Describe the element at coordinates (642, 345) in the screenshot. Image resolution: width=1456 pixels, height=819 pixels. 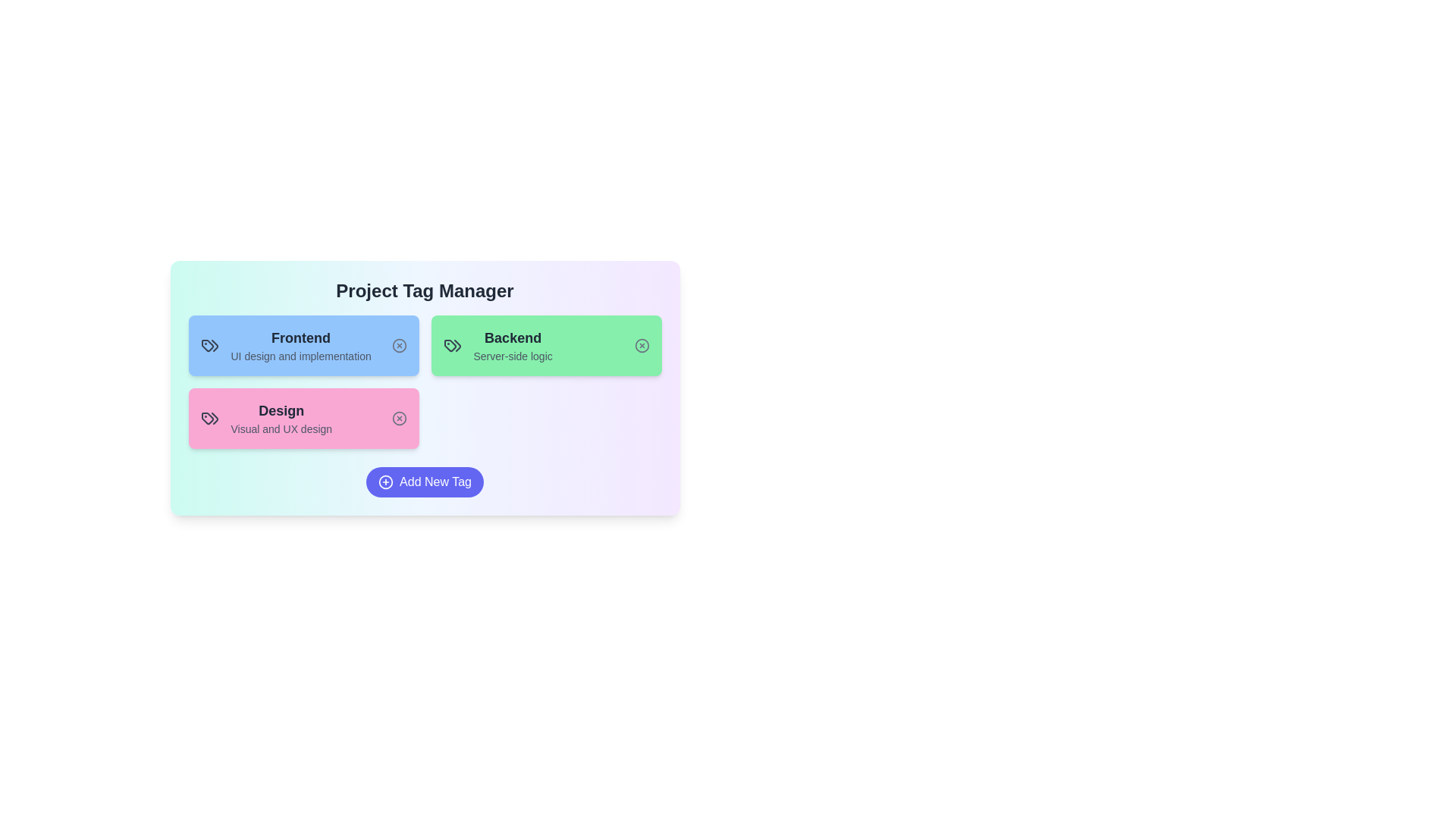
I see `remove button of the tag named Backend to delete it` at that location.